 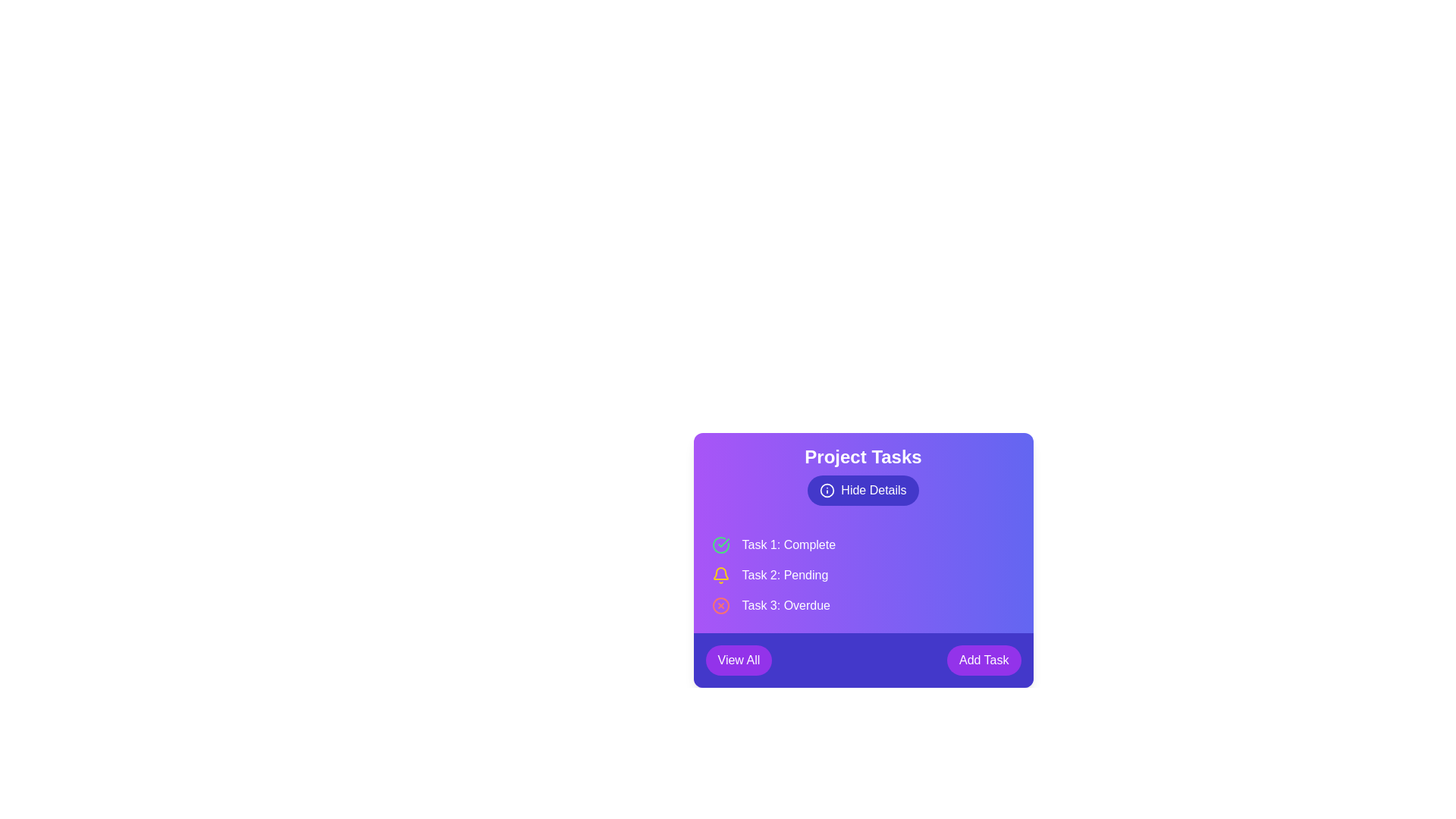 What do you see at coordinates (863, 491) in the screenshot?
I see `the 'Hide Details' button, which is a rounded rectangular deep indigo button with an information icon on the left, located below the 'Project Tasks' title` at bounding box center [863, 491].